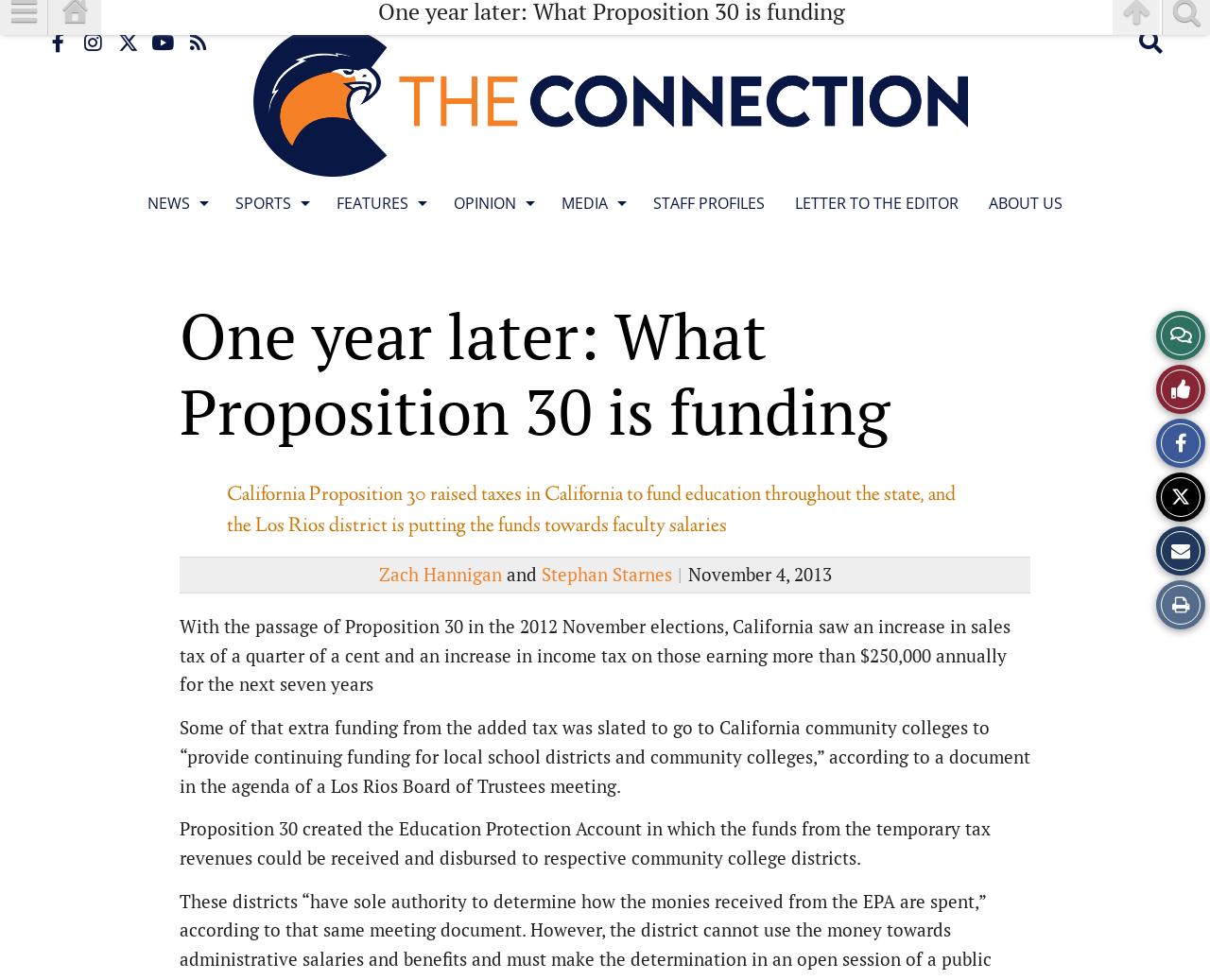 The image size is (1210, 980). Describe the element at coordinates (584, 842) in the screenshot. I see `'Proposition 30 created the Education Protection Account in which the funds from the temporary tax revenues could be received and disbursed to respective community college districts.'` at that location.